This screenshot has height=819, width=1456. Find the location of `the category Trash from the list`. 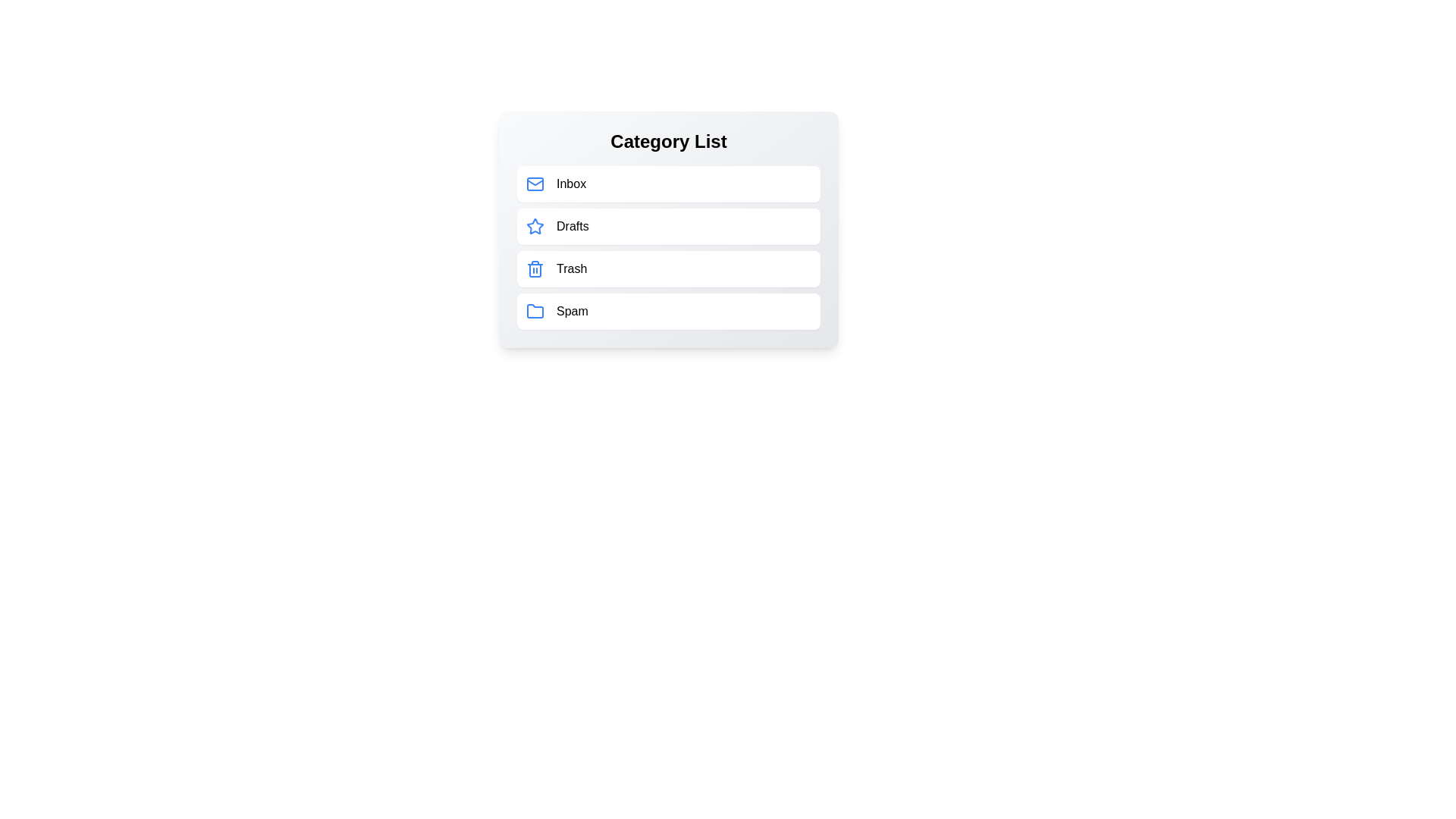

the category Trash from the list is located at coordinates (668, 268).